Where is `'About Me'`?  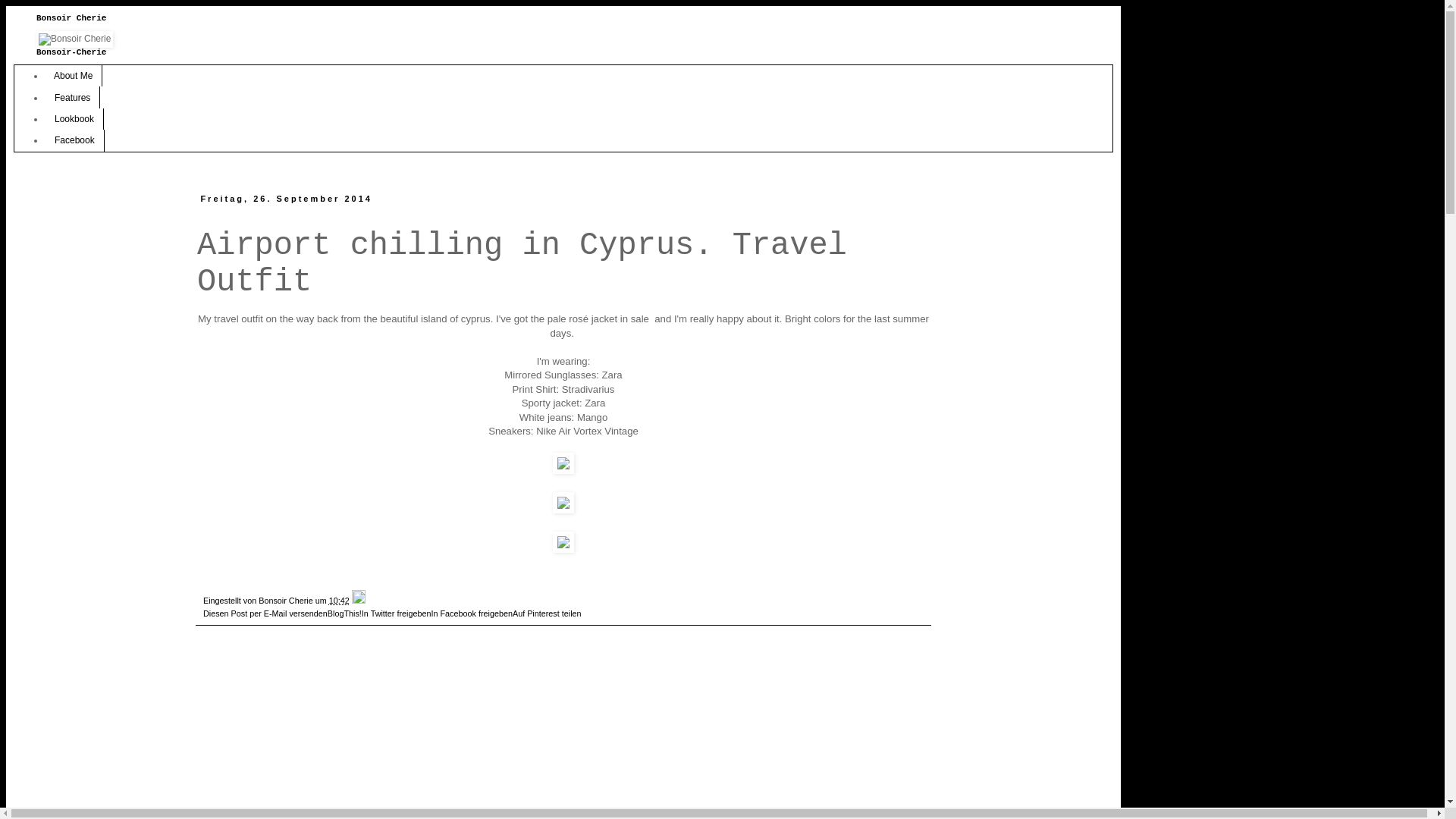 'About Me' is located at coordinates (44, 76).